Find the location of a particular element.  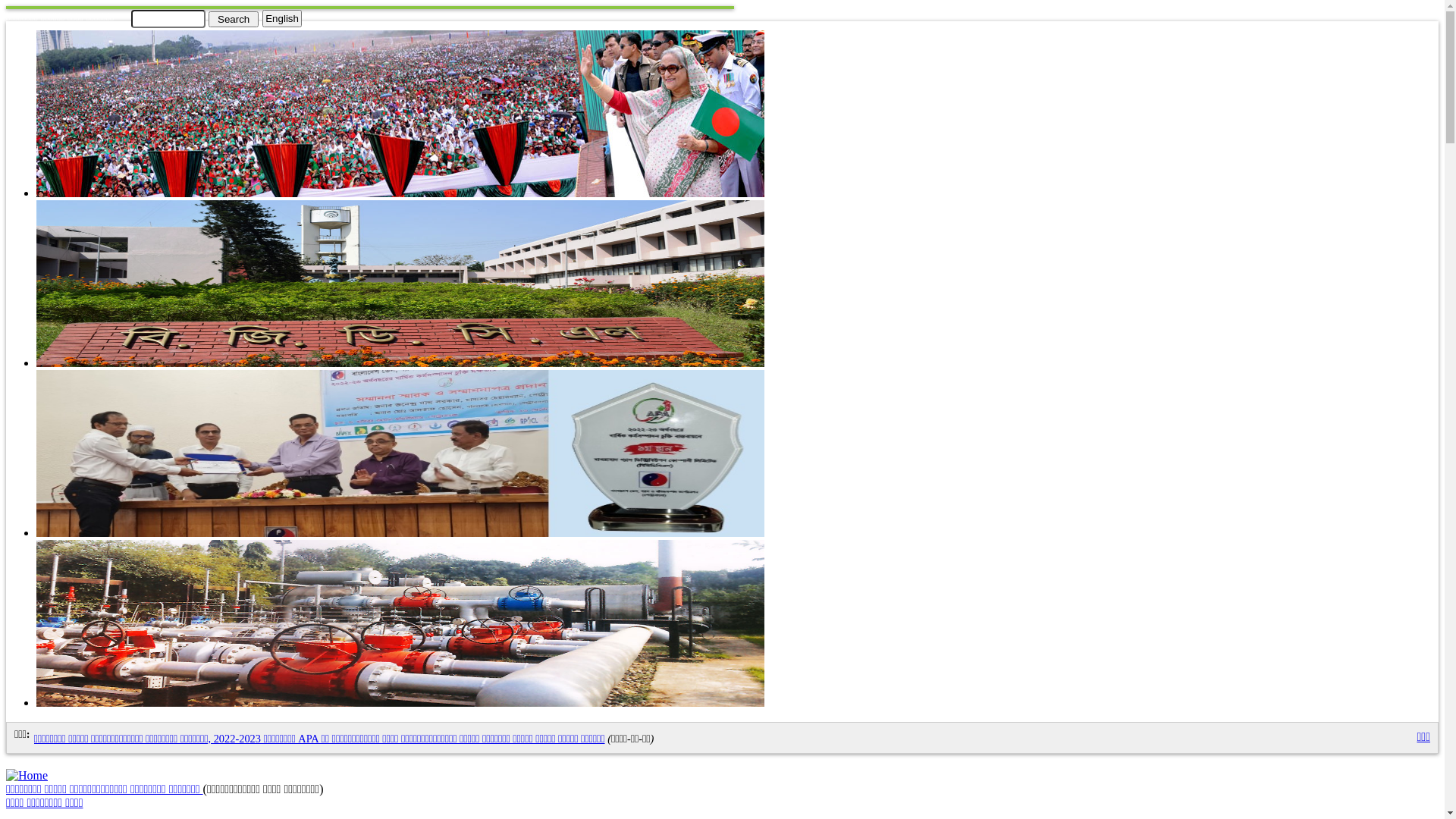

'Home' is located at coordinates (6, 775).